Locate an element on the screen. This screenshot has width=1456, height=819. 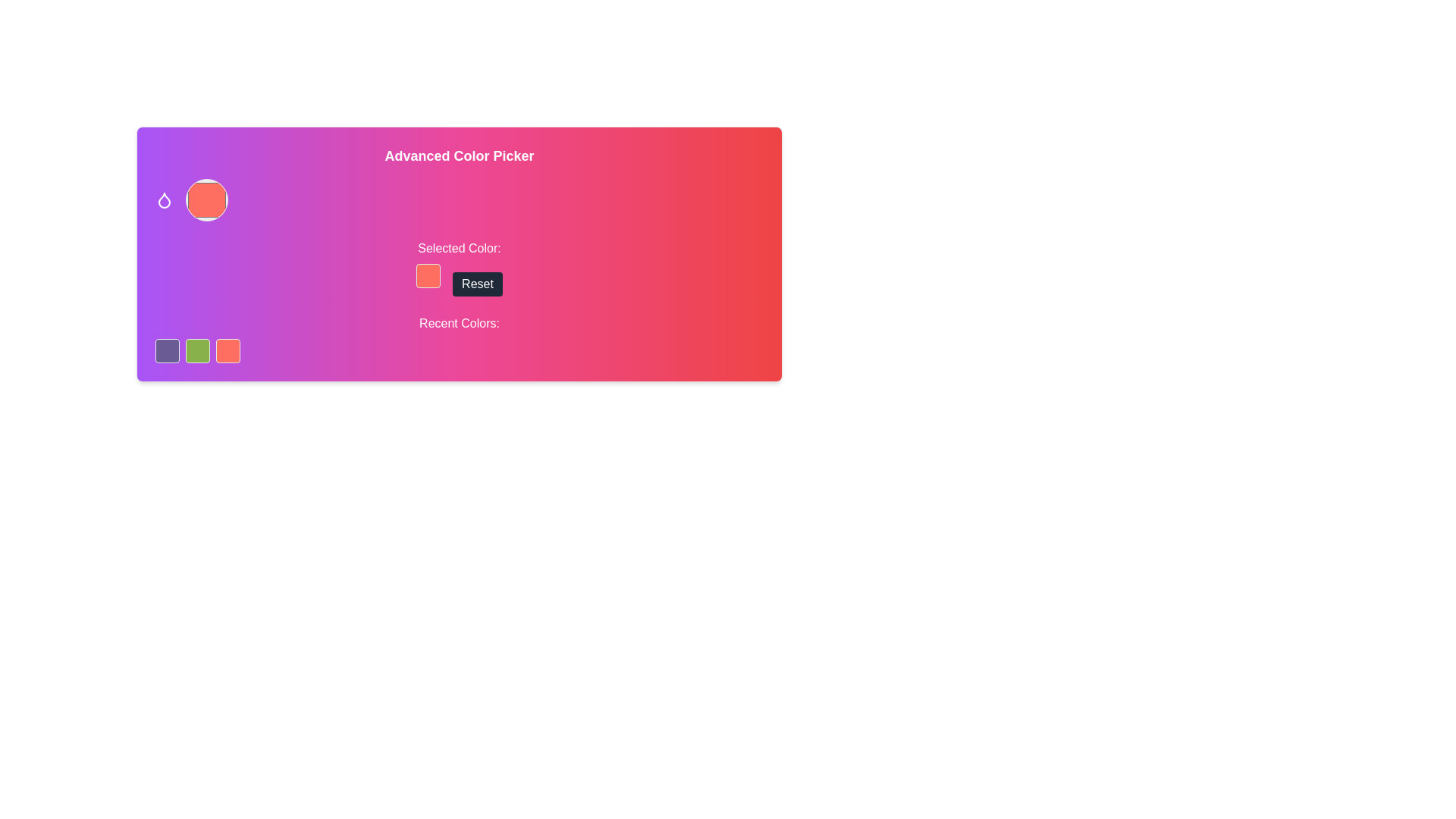
the section header labeled 'Recent Colors:' which is styled with white text on a gradient background transitioning from purple to red, located within the 'Advanced Color Picker' section and above the clickable color boxes is located at coordinates (458, 338).